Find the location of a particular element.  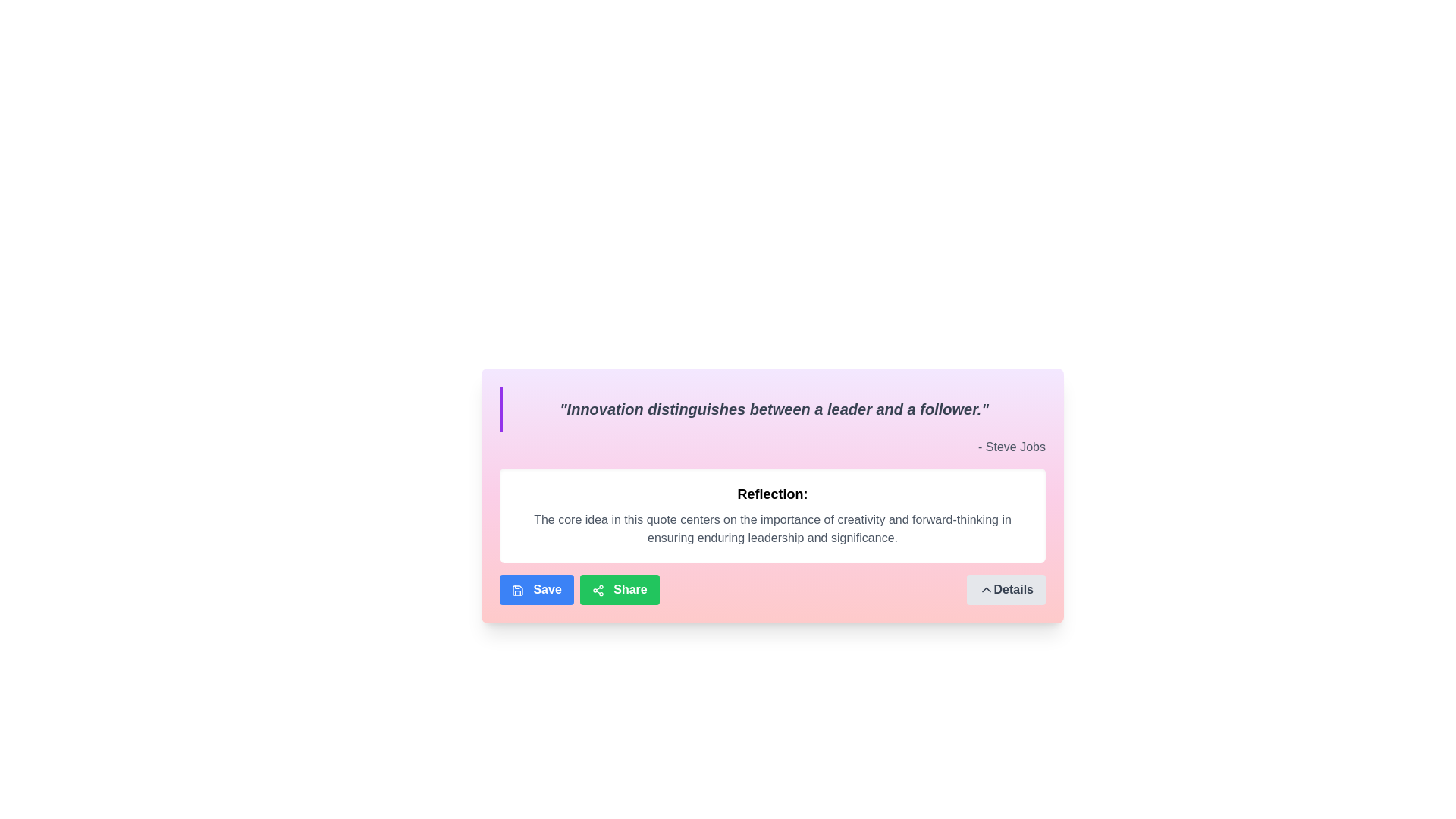

the share icon located within the green 'Share' button, positioned at the bottom center of the interface, left of the text label 'Share' is located at coordinates (597, 589).